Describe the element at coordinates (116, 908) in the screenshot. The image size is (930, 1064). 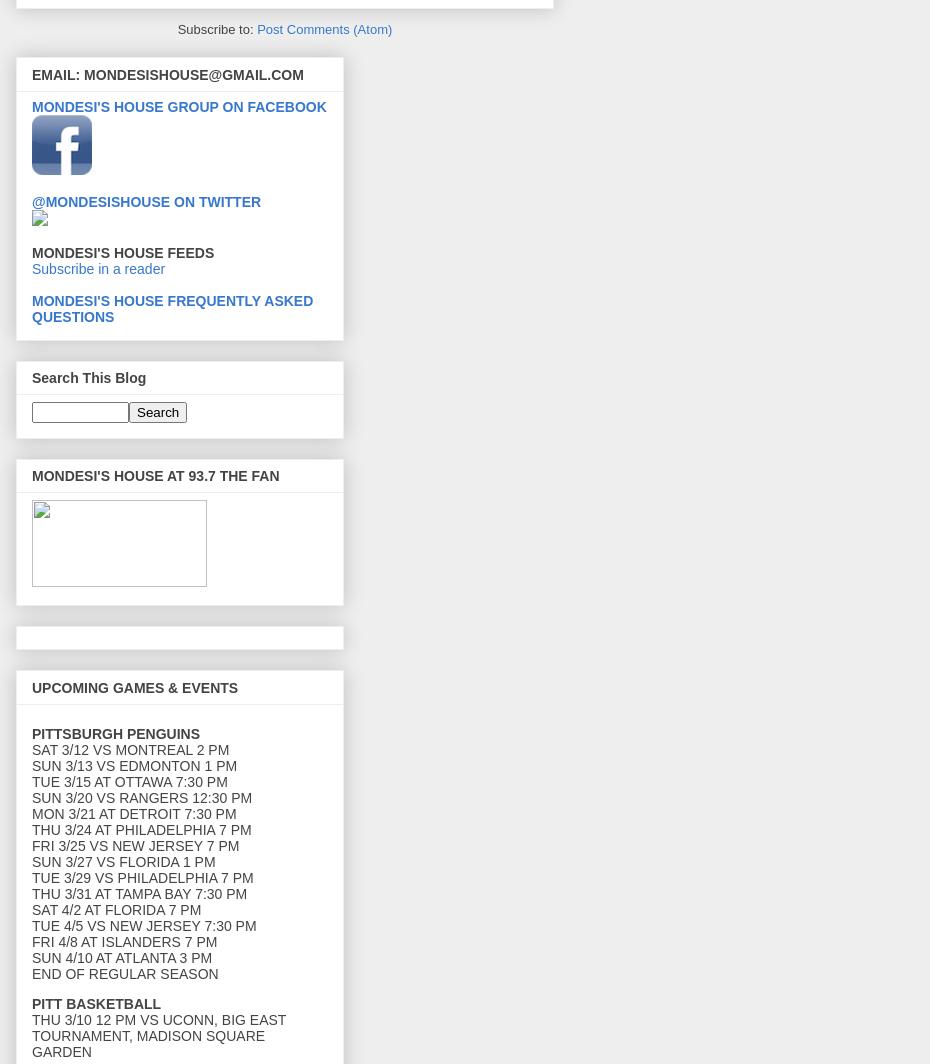
I see `'SAT 4/2 AT FLORIDA 7 PM'` at that location.